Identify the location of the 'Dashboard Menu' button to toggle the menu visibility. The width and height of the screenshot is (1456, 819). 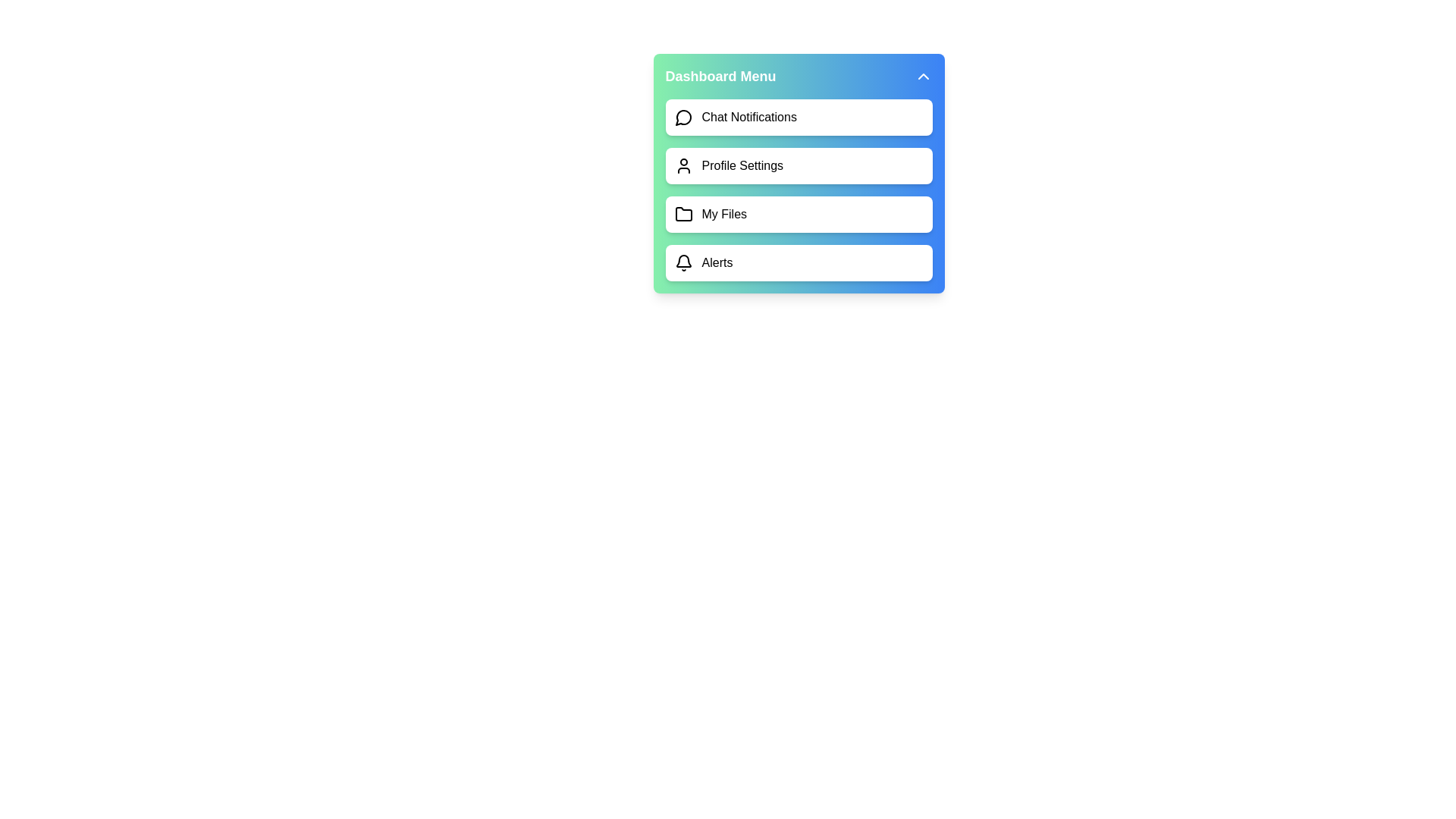
(798, 76).